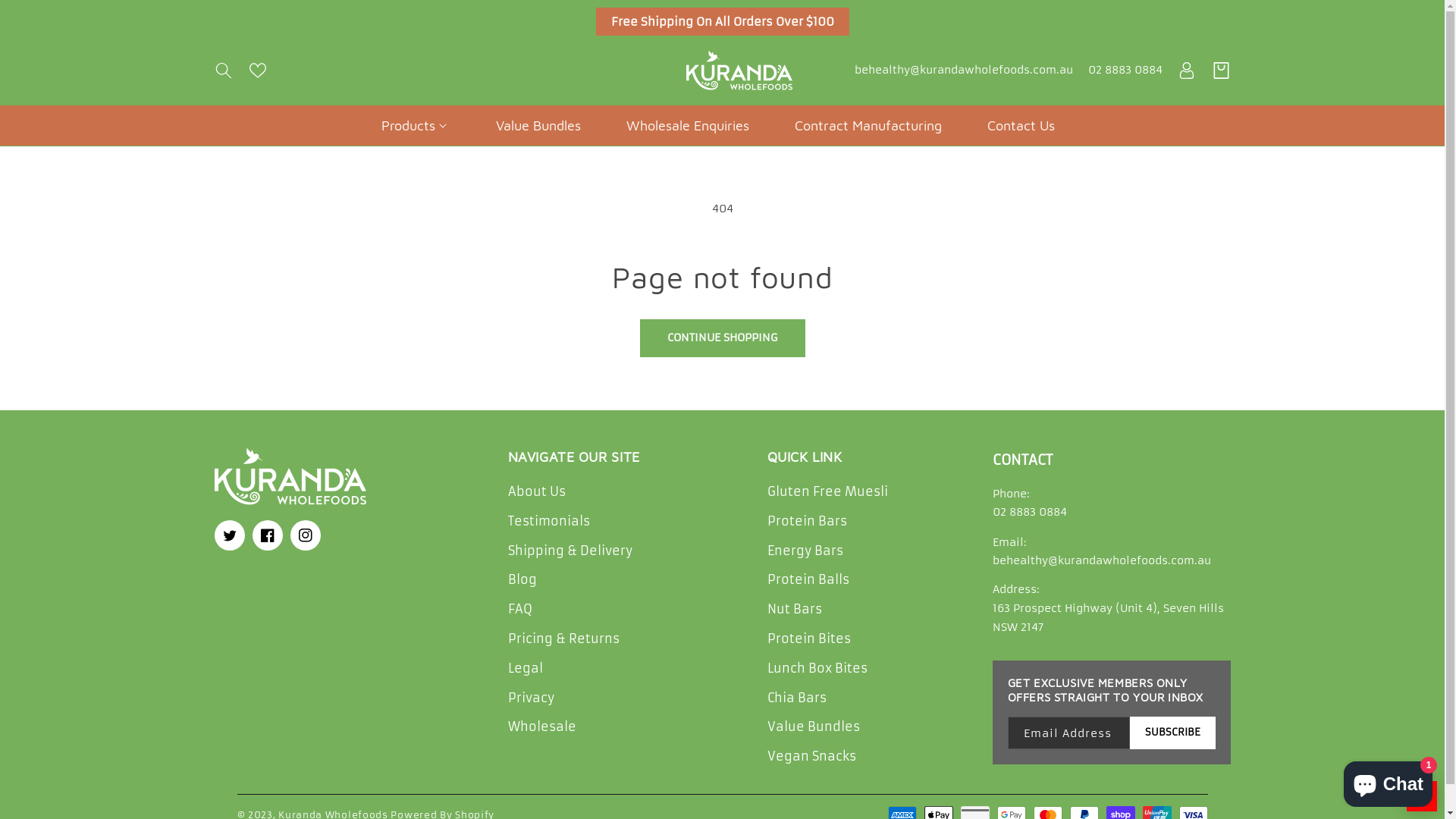 The height and width of the screenshot is (819, 1456). I want to click on 'Wholesale Enquiries', so click(687, 124).